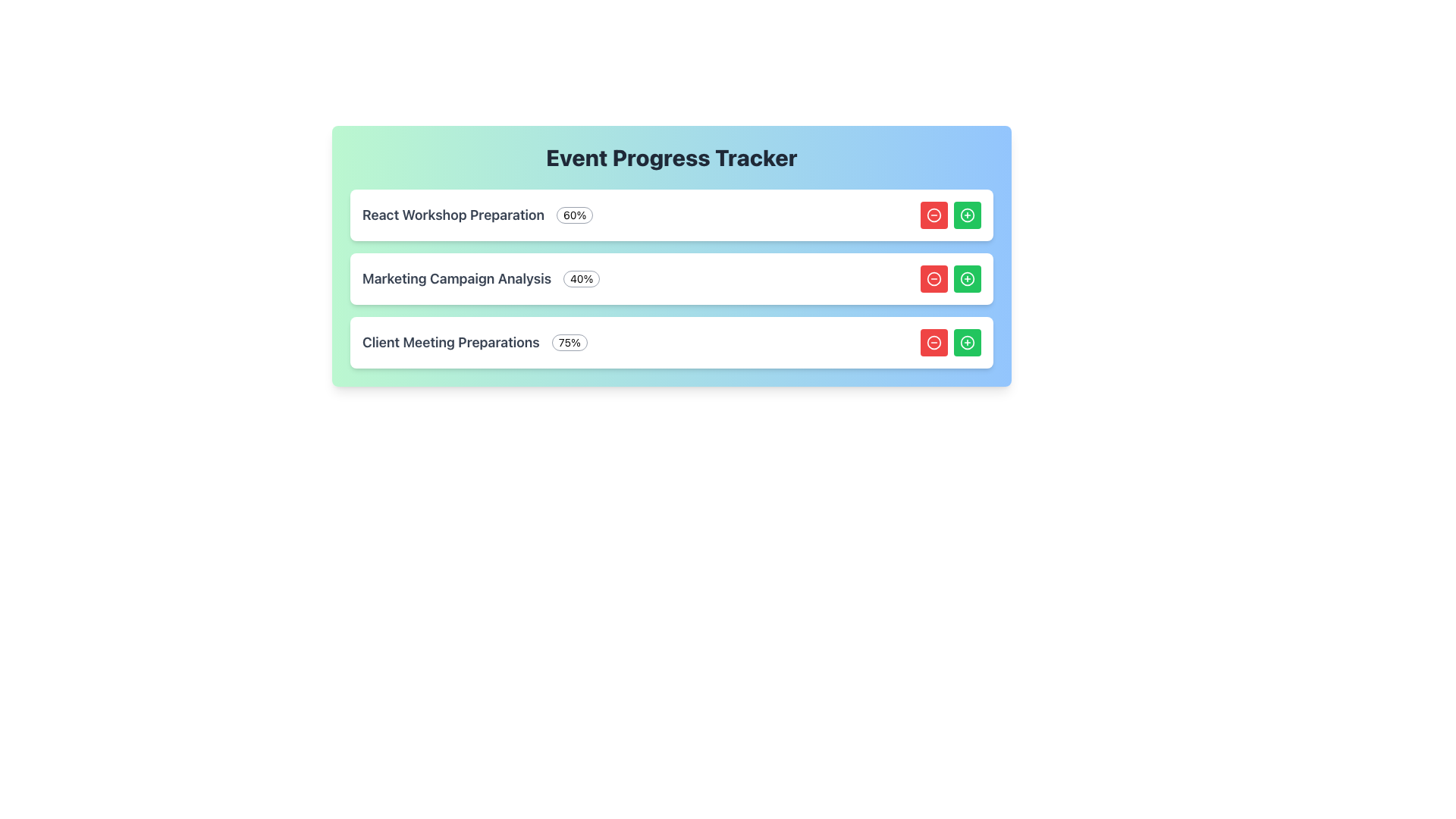 The height and width of the screenshot is (819, 1456). I want to click on the red circular button with a white inner stroke indicating a subtraction operation, located in the third row next to the green plus button and aligned with 'Client Meeting Preparations', so click(934, 342).